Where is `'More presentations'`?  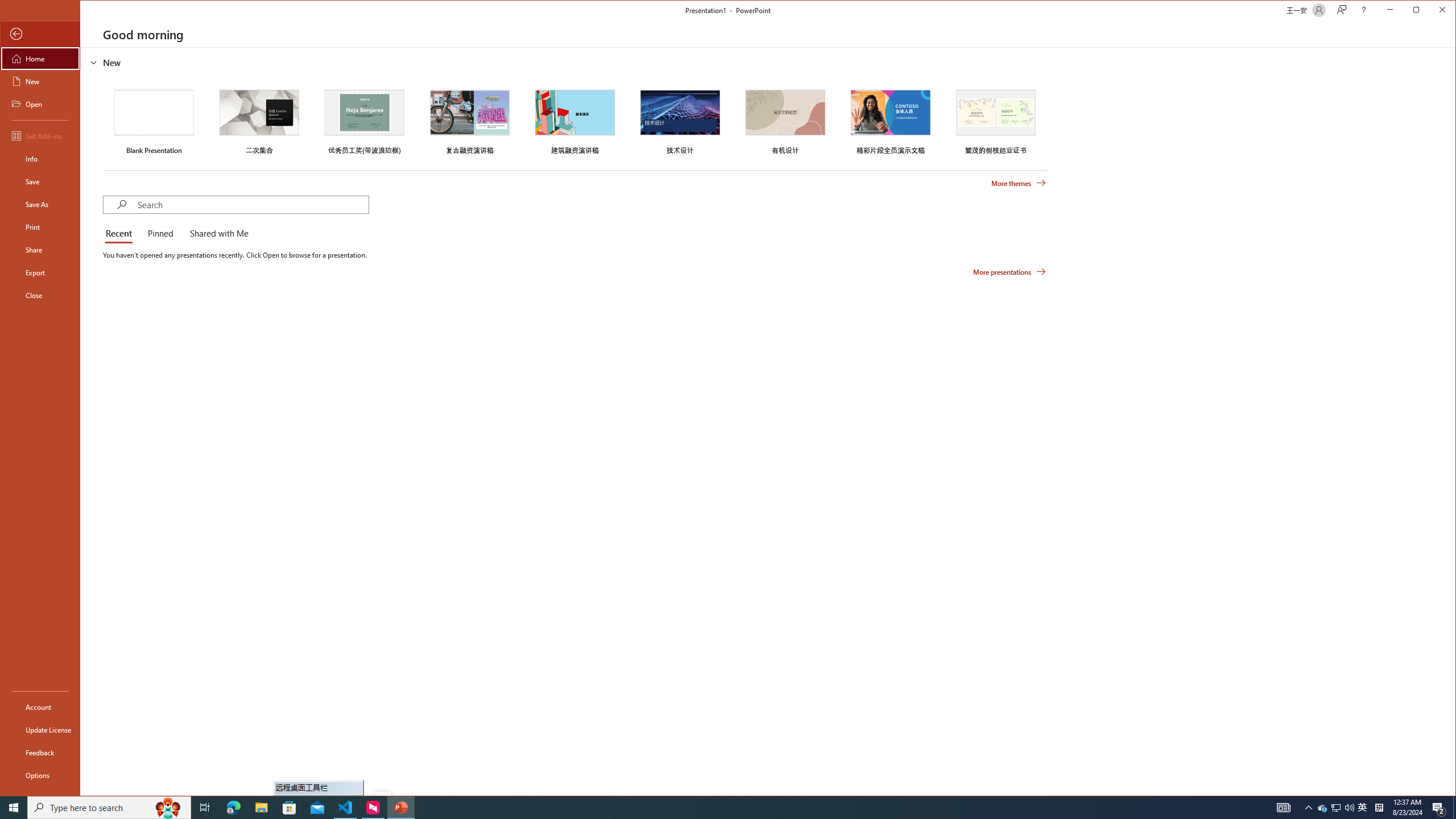
'More presentations' is located at coordinates (1009, 272).